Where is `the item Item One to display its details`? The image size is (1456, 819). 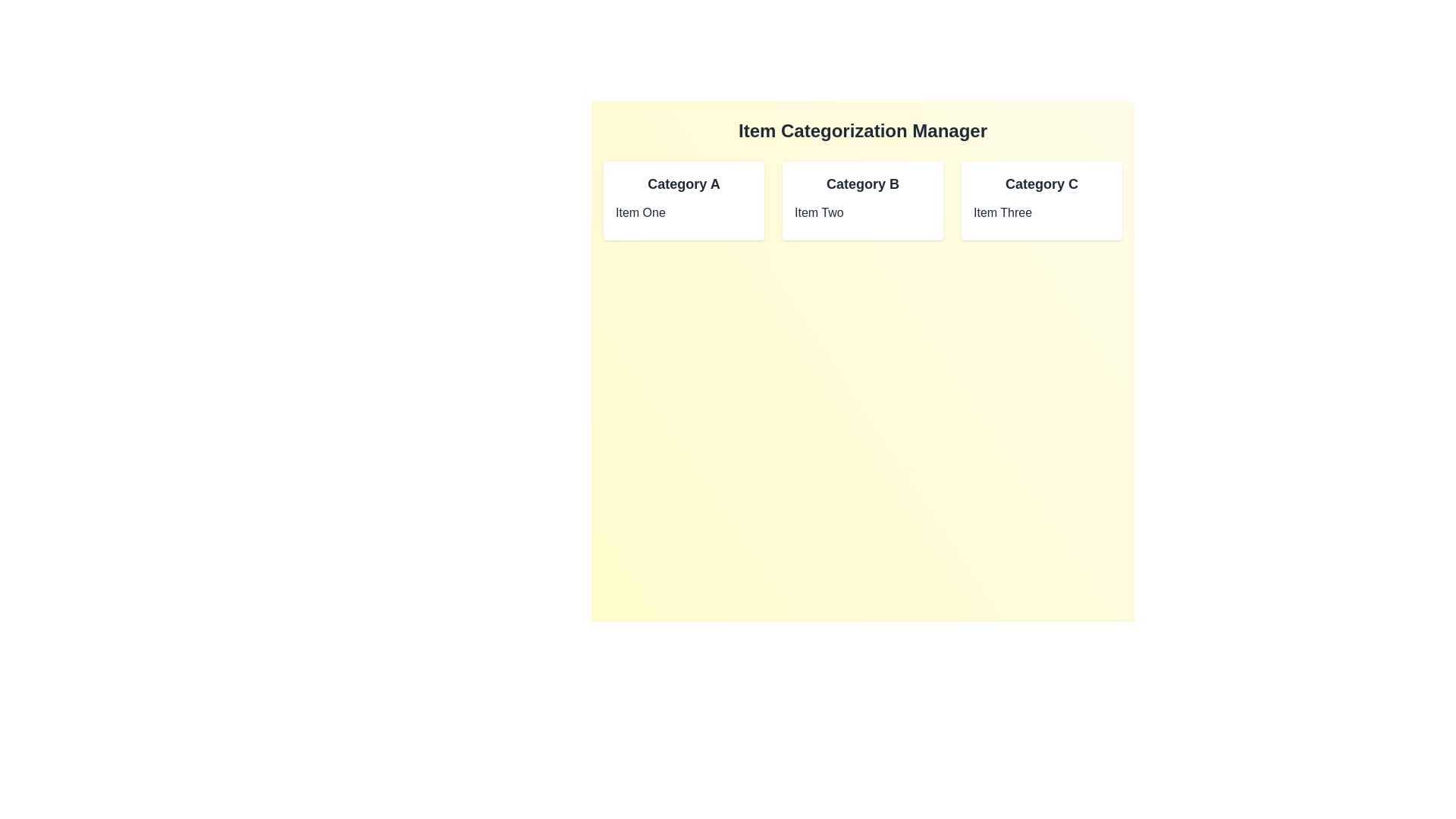 the item Item One to display its details is located at coordinates (683, 213).